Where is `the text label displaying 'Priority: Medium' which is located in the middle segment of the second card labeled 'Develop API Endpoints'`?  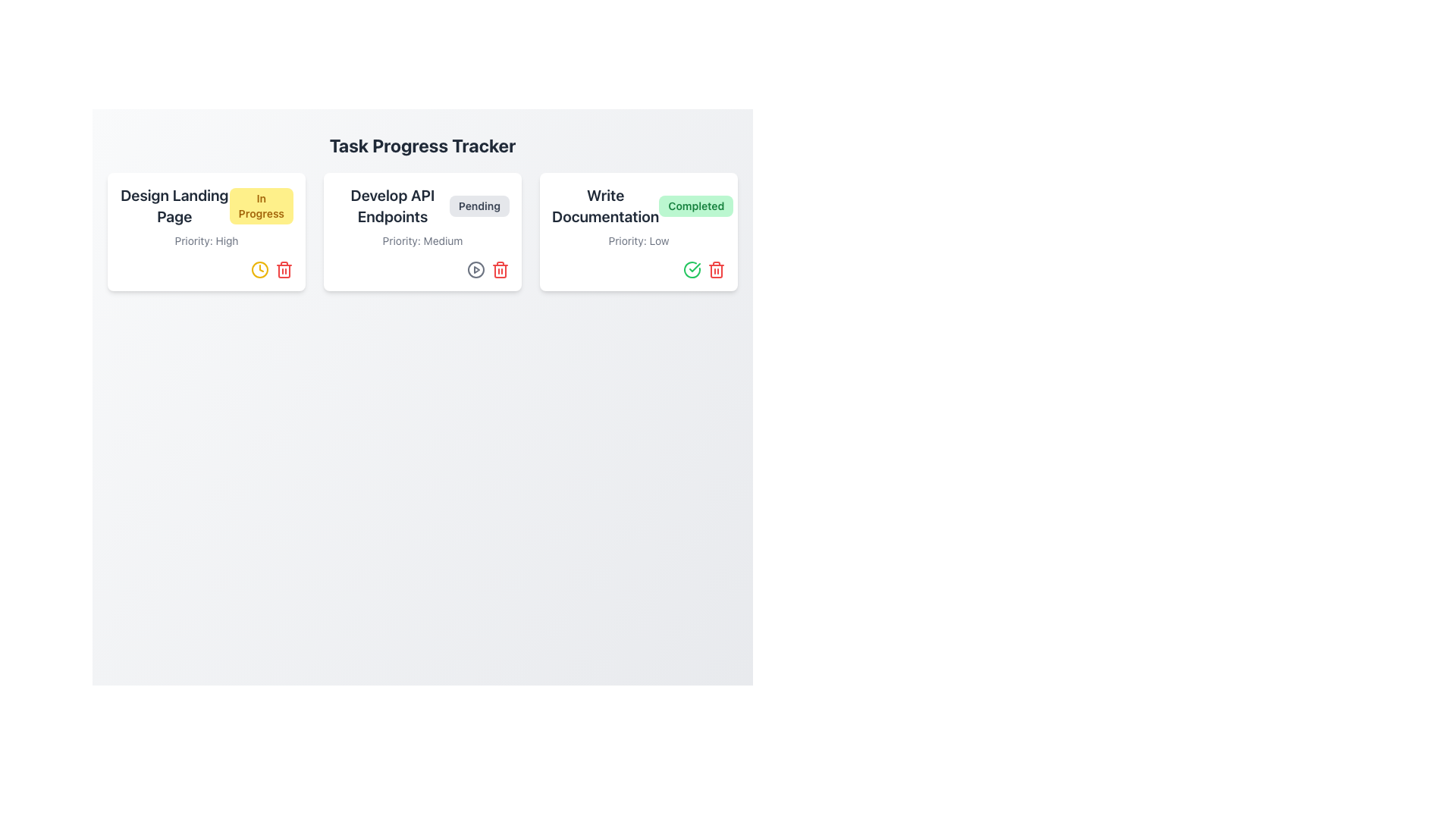
the text label displaying 'Priority: Medium' which is located in the middle segment of the second card labeled 'Develop API Endpoints' is located at coordinates (422, 240).